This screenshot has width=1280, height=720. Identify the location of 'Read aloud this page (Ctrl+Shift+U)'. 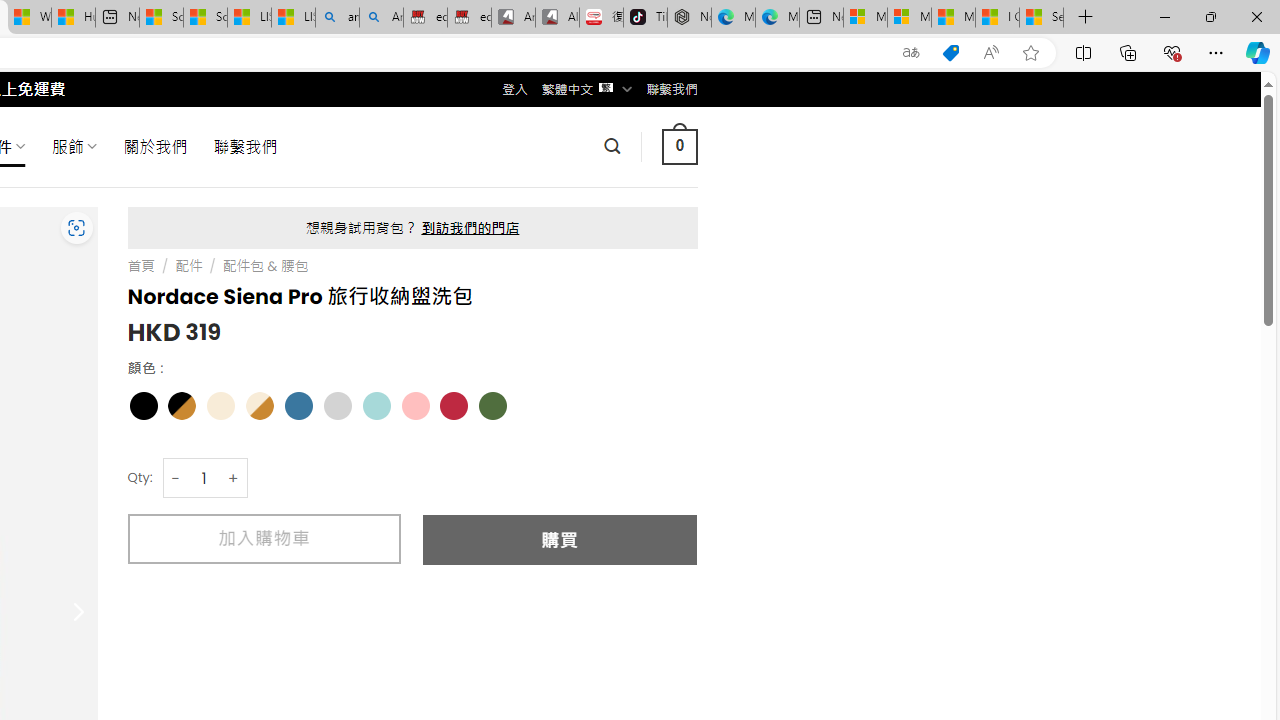
(991, 52).